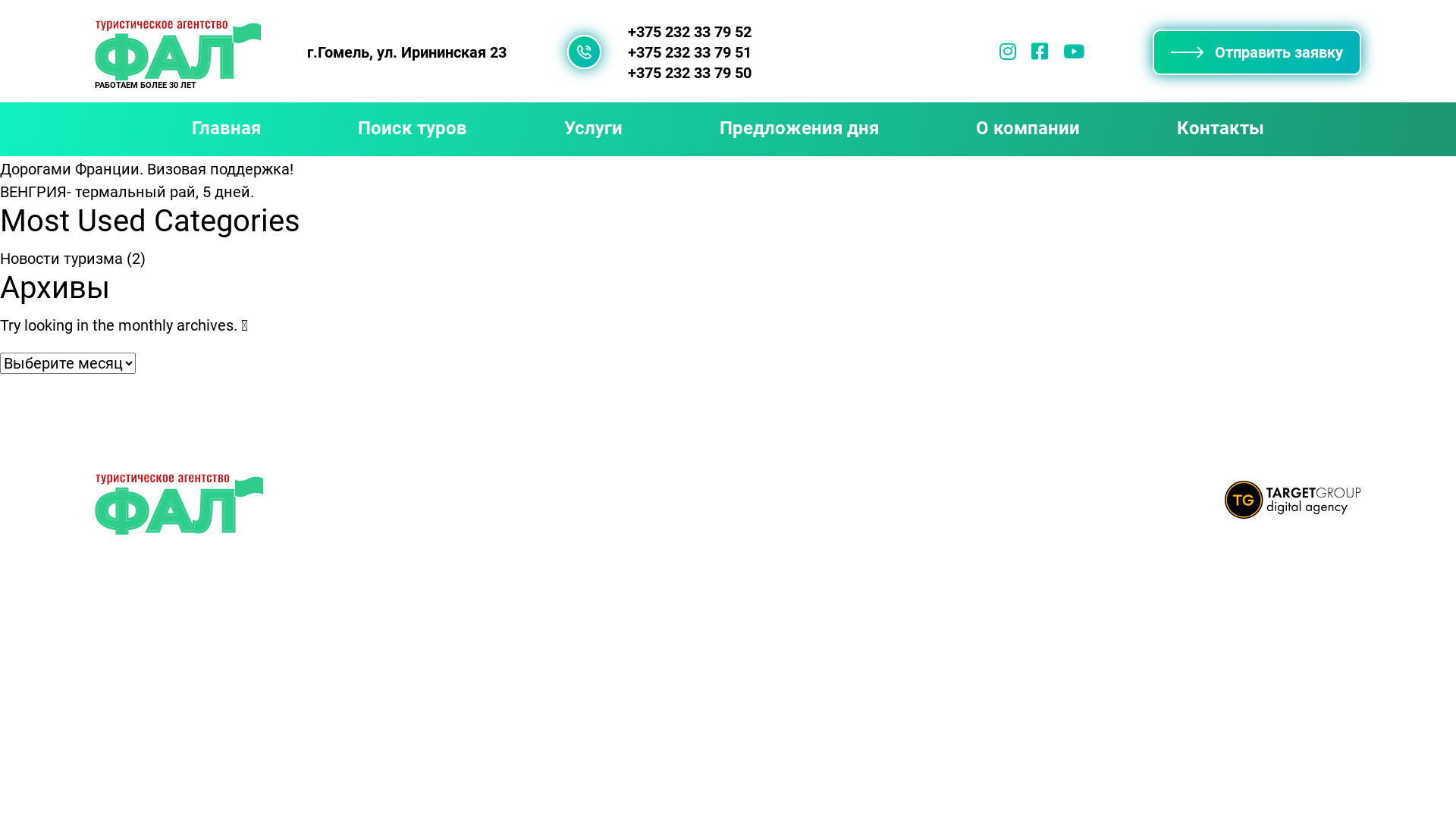 Image resolution: width=1456 pixels, height=819 pixels. What do you see at coordinates (689, 32) in the screenshot?
I see `'+375 232 33 79 52'` at bounding box center [689, 32].